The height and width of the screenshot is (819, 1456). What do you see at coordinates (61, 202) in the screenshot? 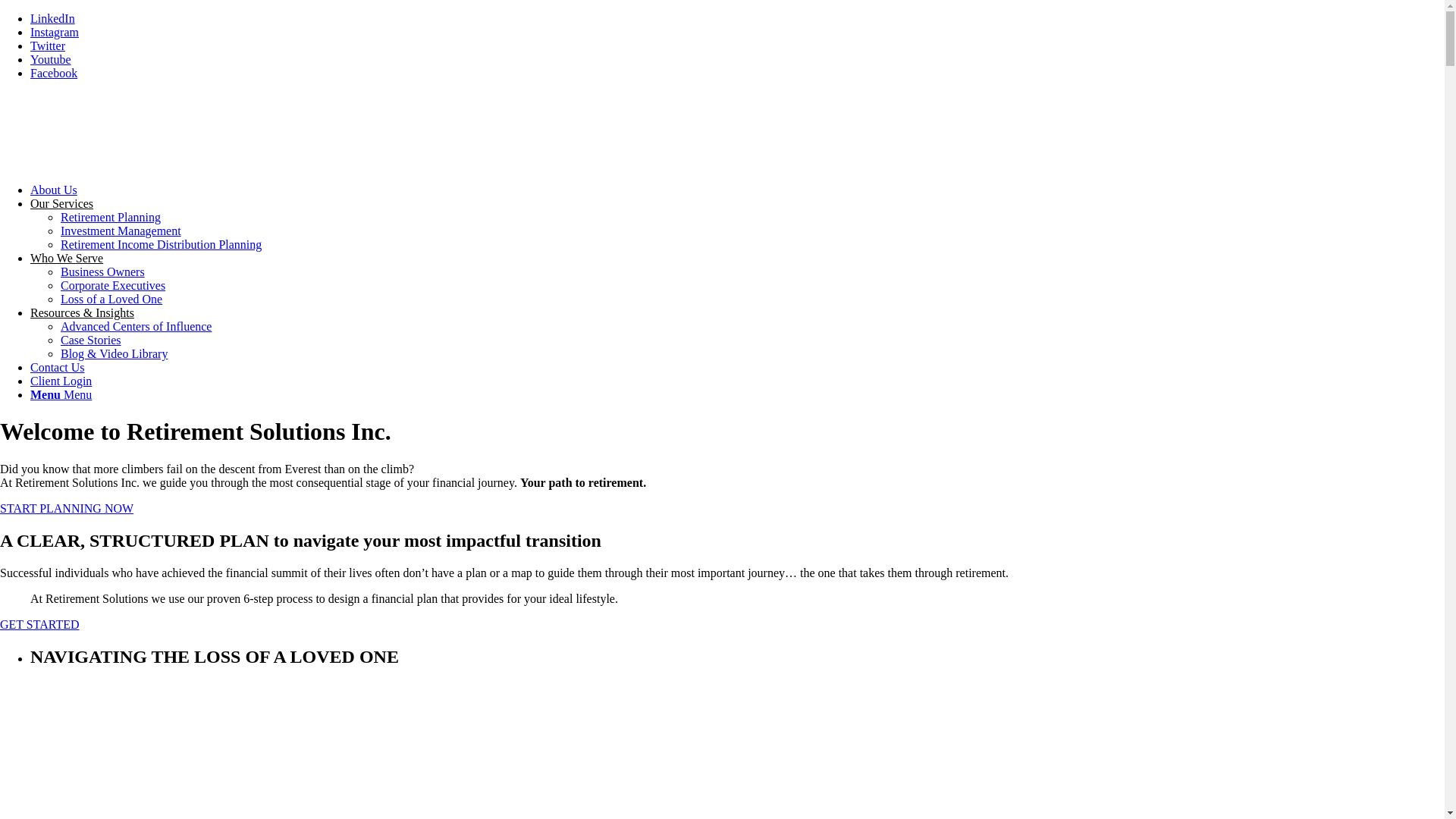
I see `'Our Services'` at bounding box center [61, 202].